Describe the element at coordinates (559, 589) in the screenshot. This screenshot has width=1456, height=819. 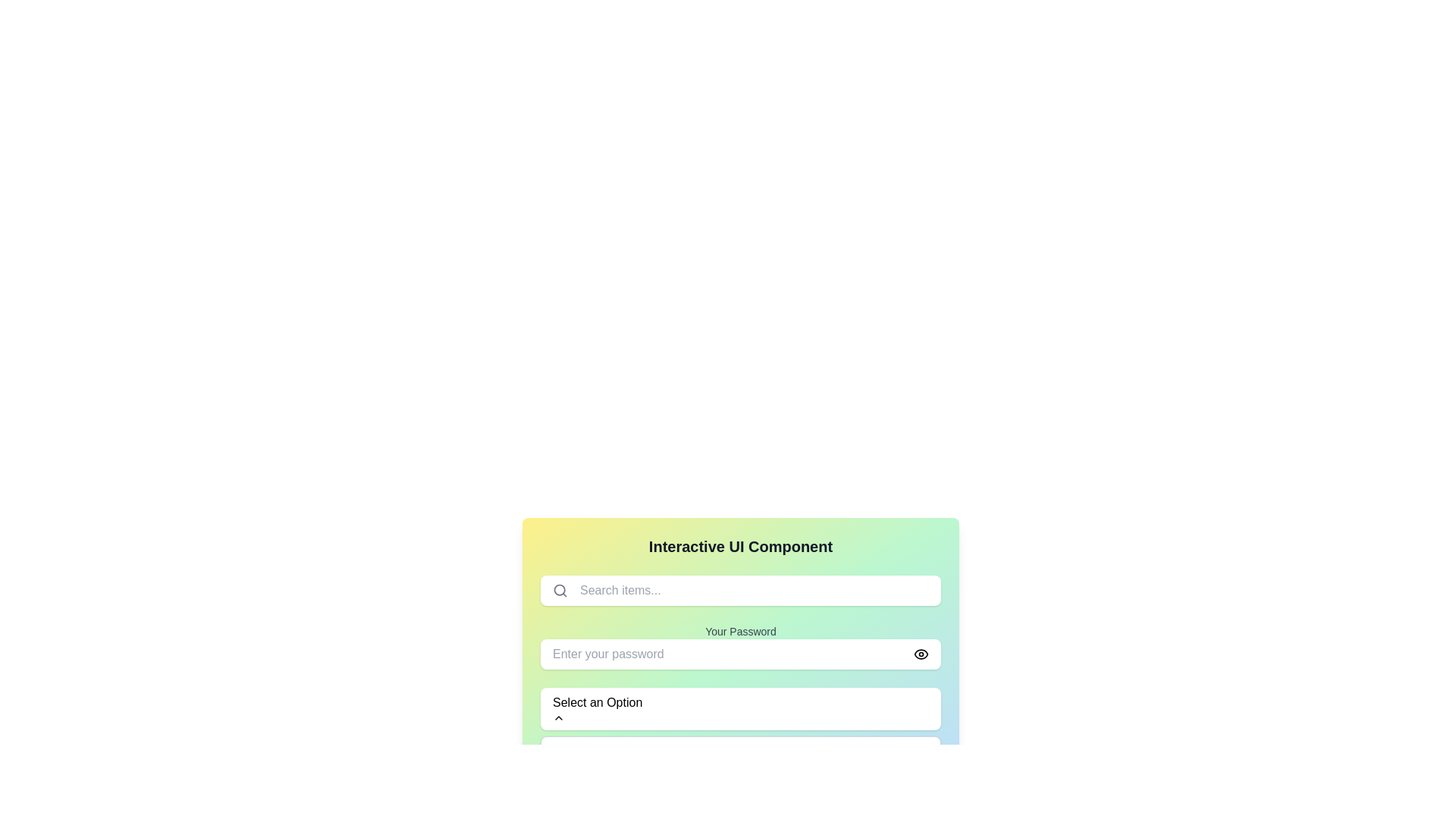
I see `the circular body of the magnifying glass icon, which is positioned to the left of the 'Search items...' text input field` at that location.